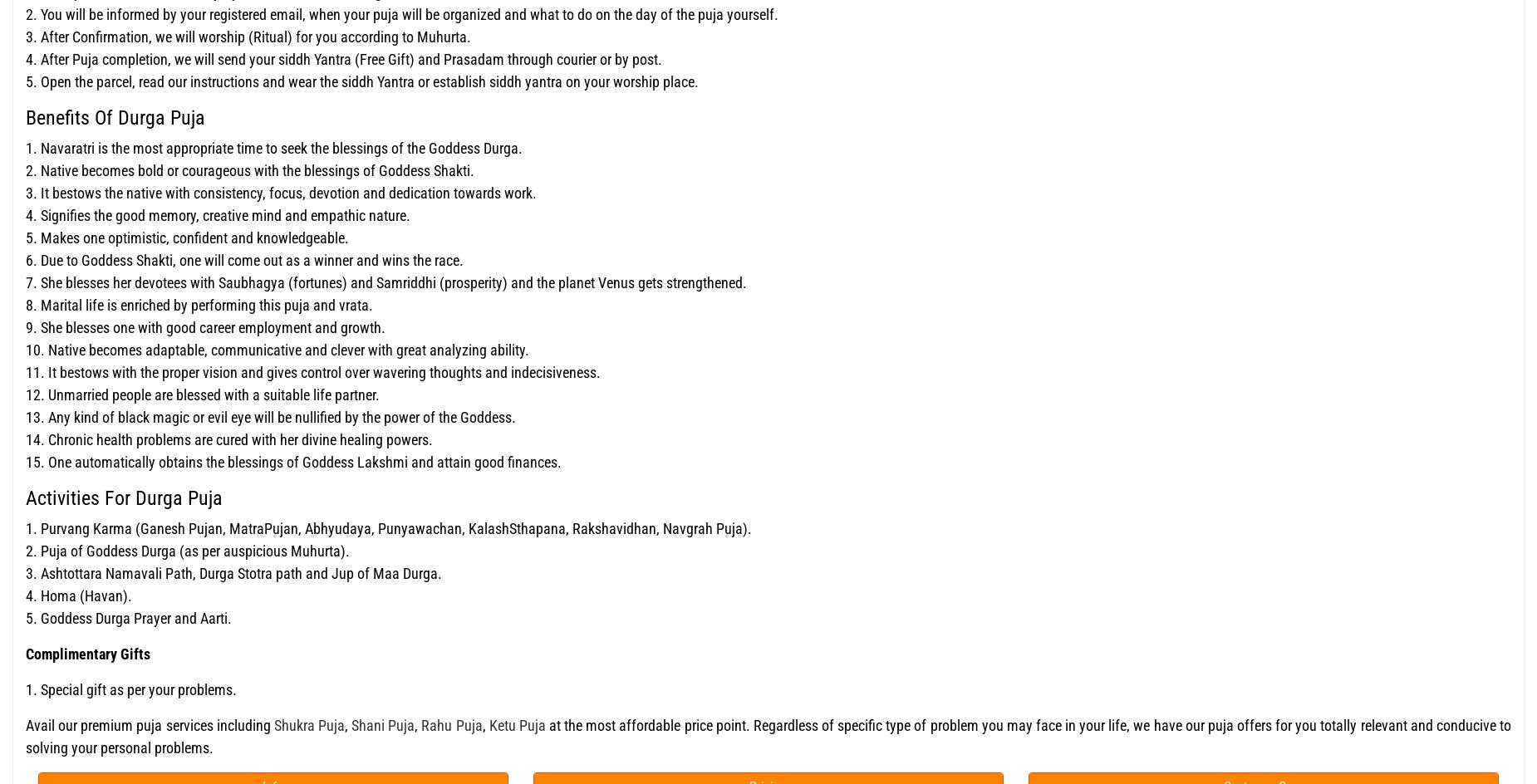 This screenshot has height=784, width=1537. I want to click on '3. After Confirmation, we will worship (Ritual) for you according to Muhurta.', so click(247, 37).